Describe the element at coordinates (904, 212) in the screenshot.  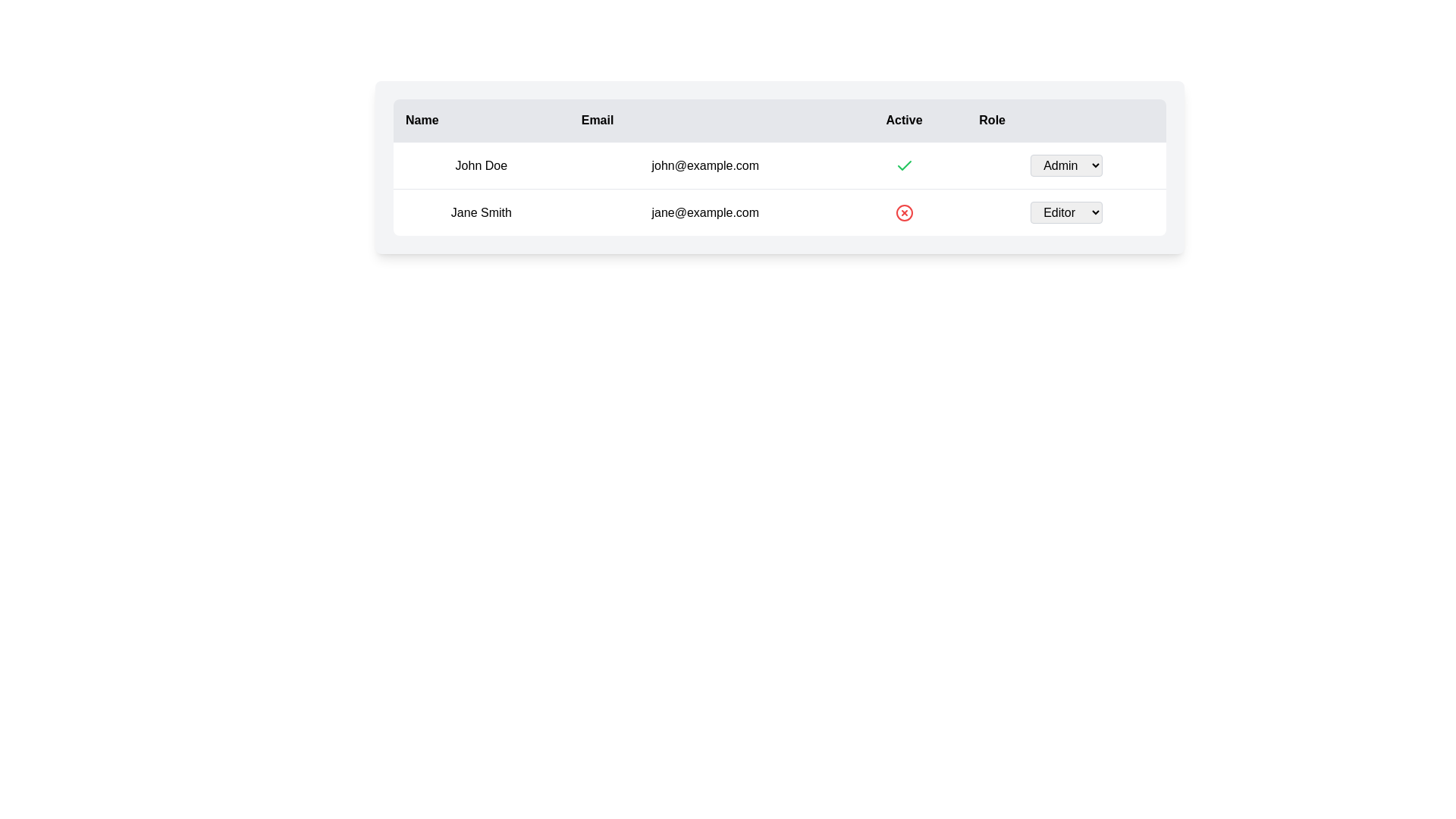
I see `the status indicator icon in the 'Active' column of the second row` at that location.